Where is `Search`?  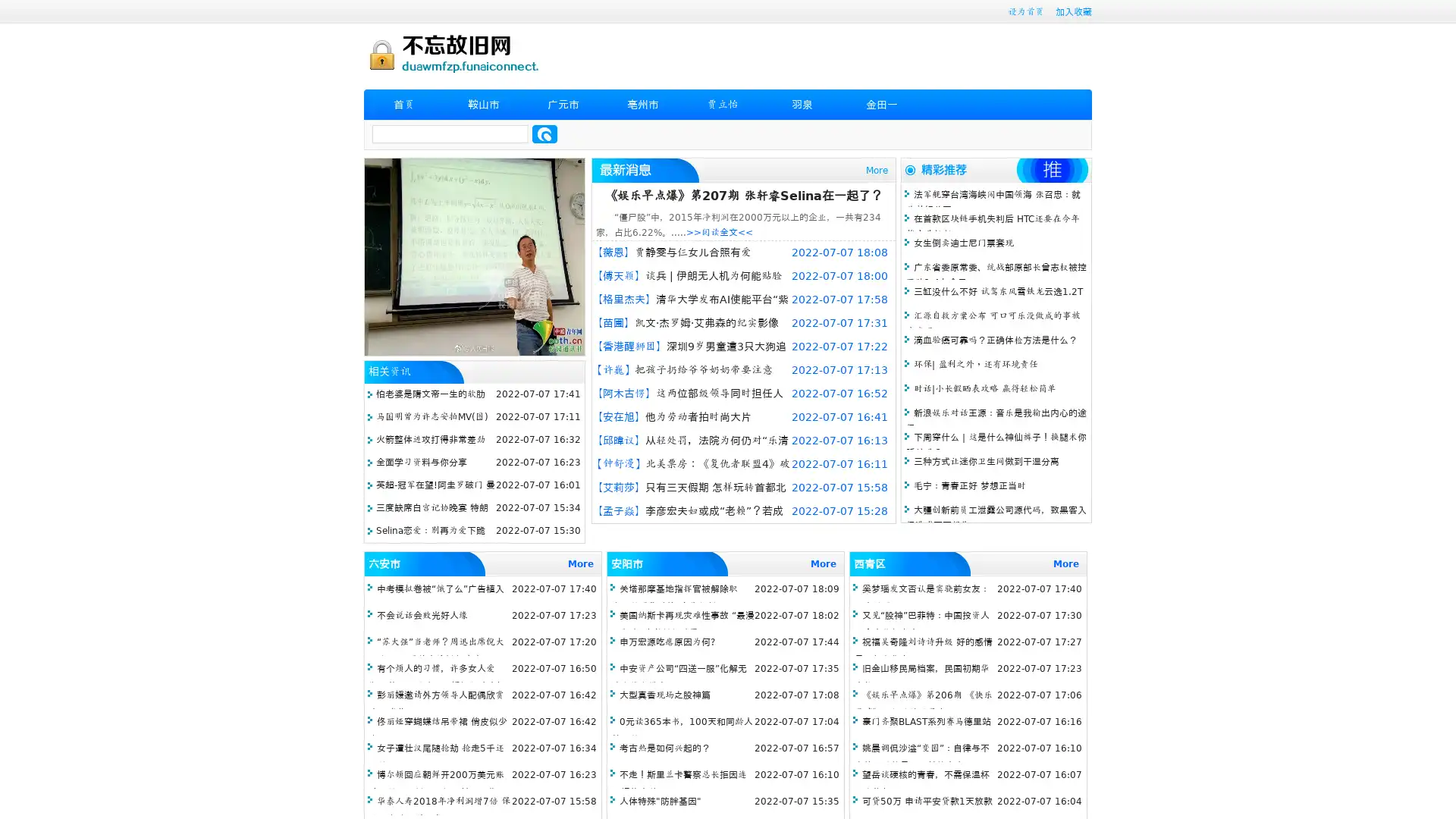 Search is located at coordinates (544, 133).